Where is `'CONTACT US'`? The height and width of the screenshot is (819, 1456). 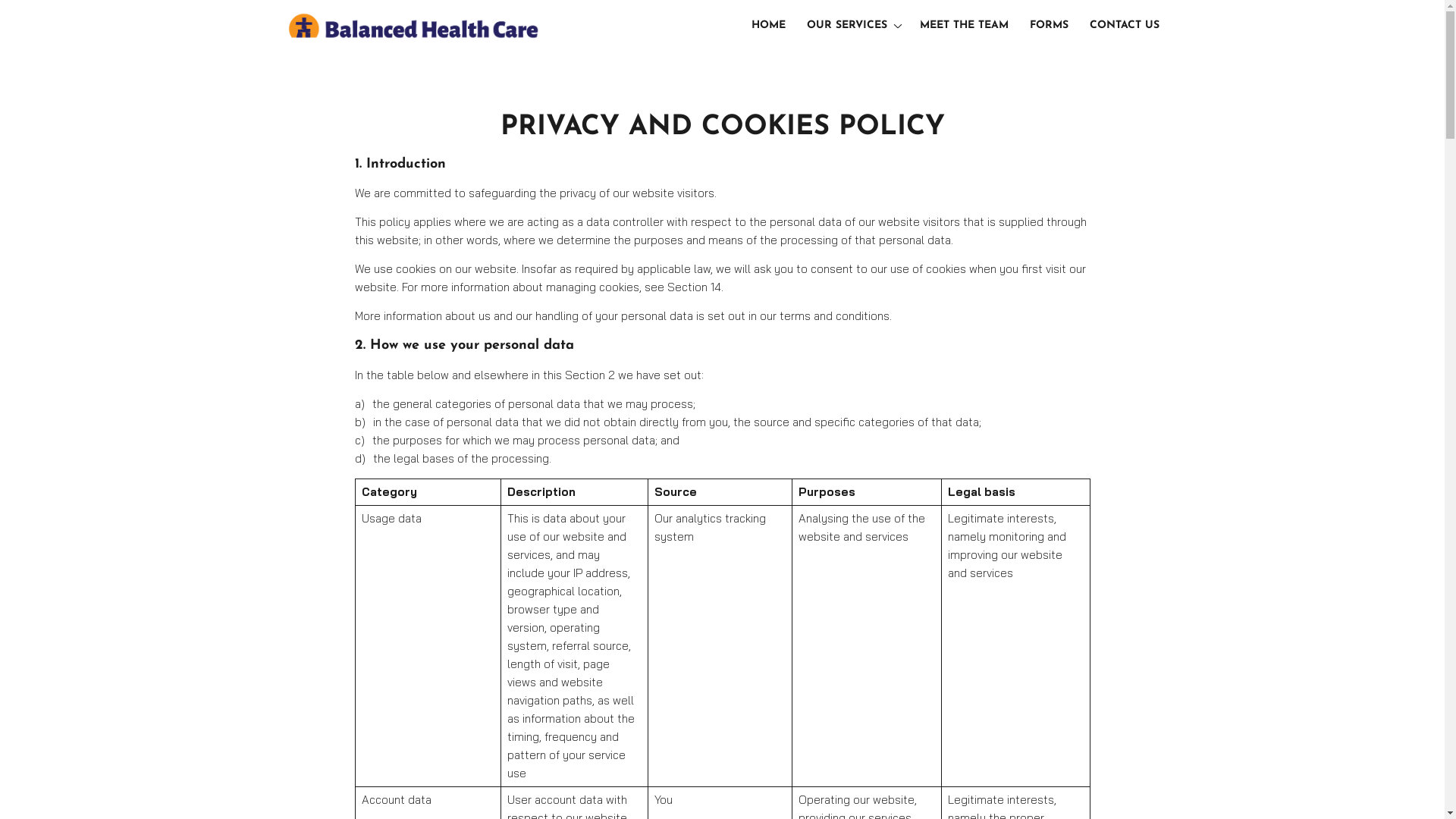
'CONTACT US' is located at coordinates (1125, 26).